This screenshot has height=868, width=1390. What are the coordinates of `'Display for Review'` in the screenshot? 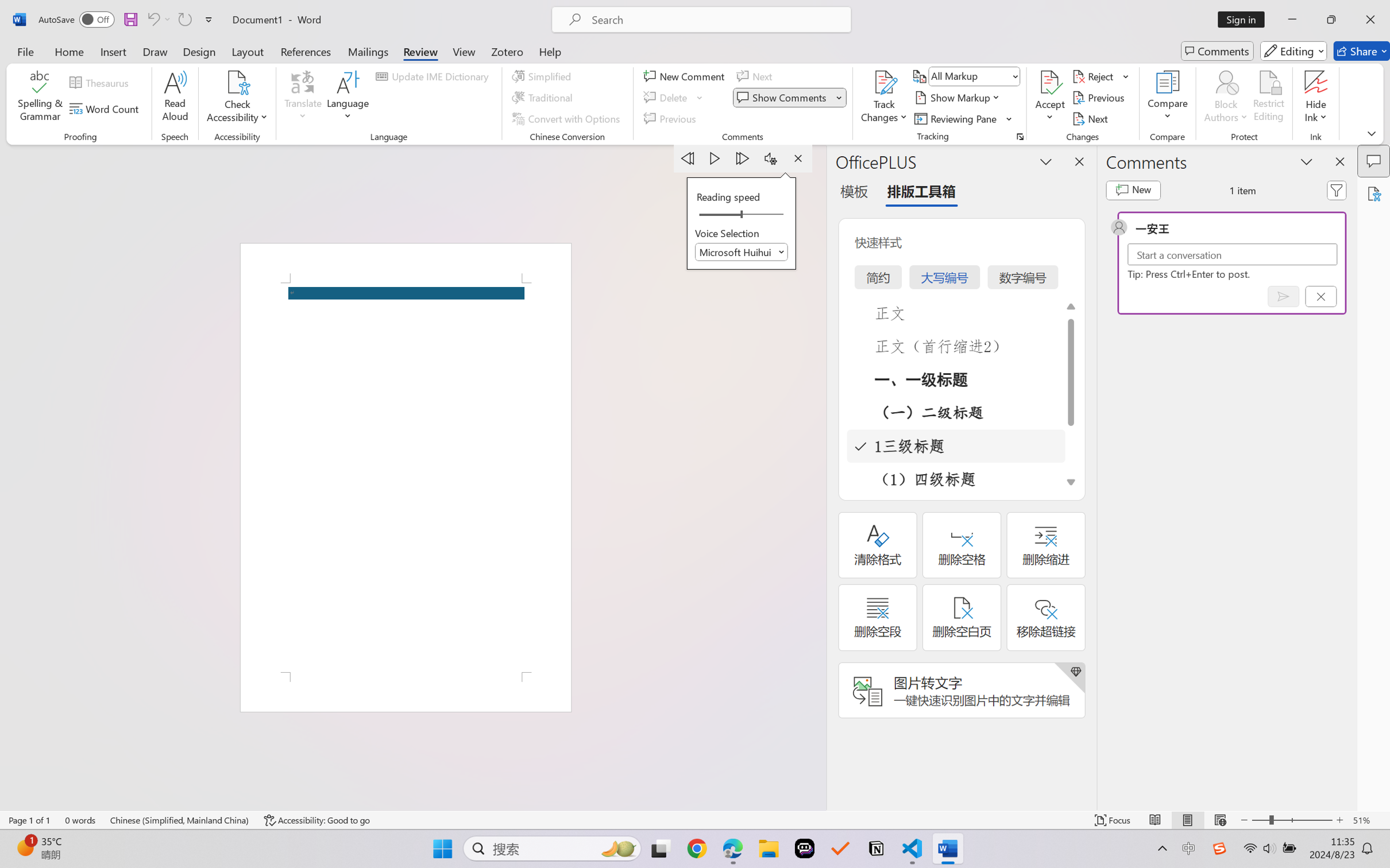 It's located at (974, 75).